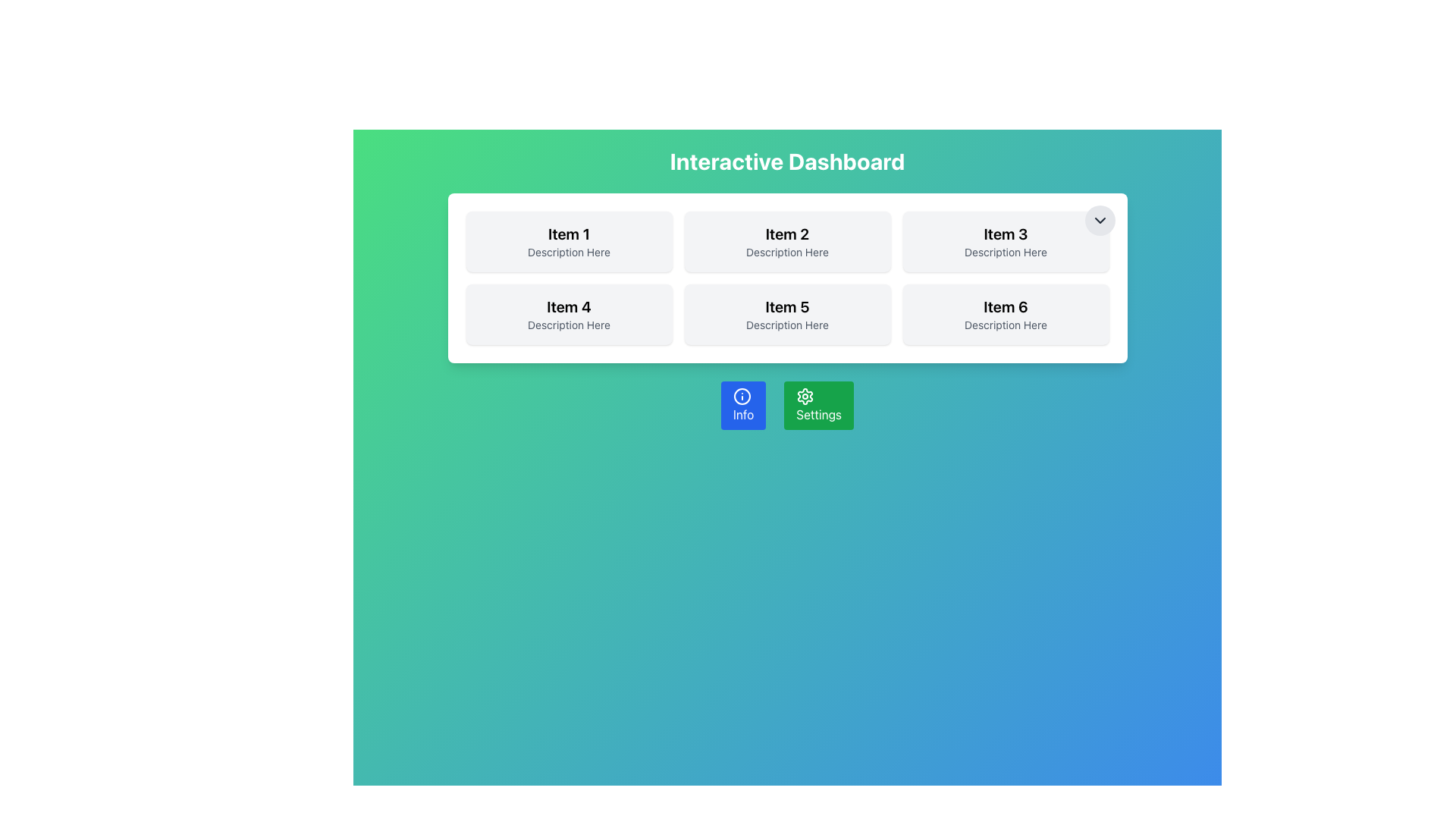 This screenshot has height=819, width=1456. Describe the element at coordinates (787, 307) in the screenshot. I see `the title label indicating 'Item 5', which is located in the second row and second column of the grid` at that location.